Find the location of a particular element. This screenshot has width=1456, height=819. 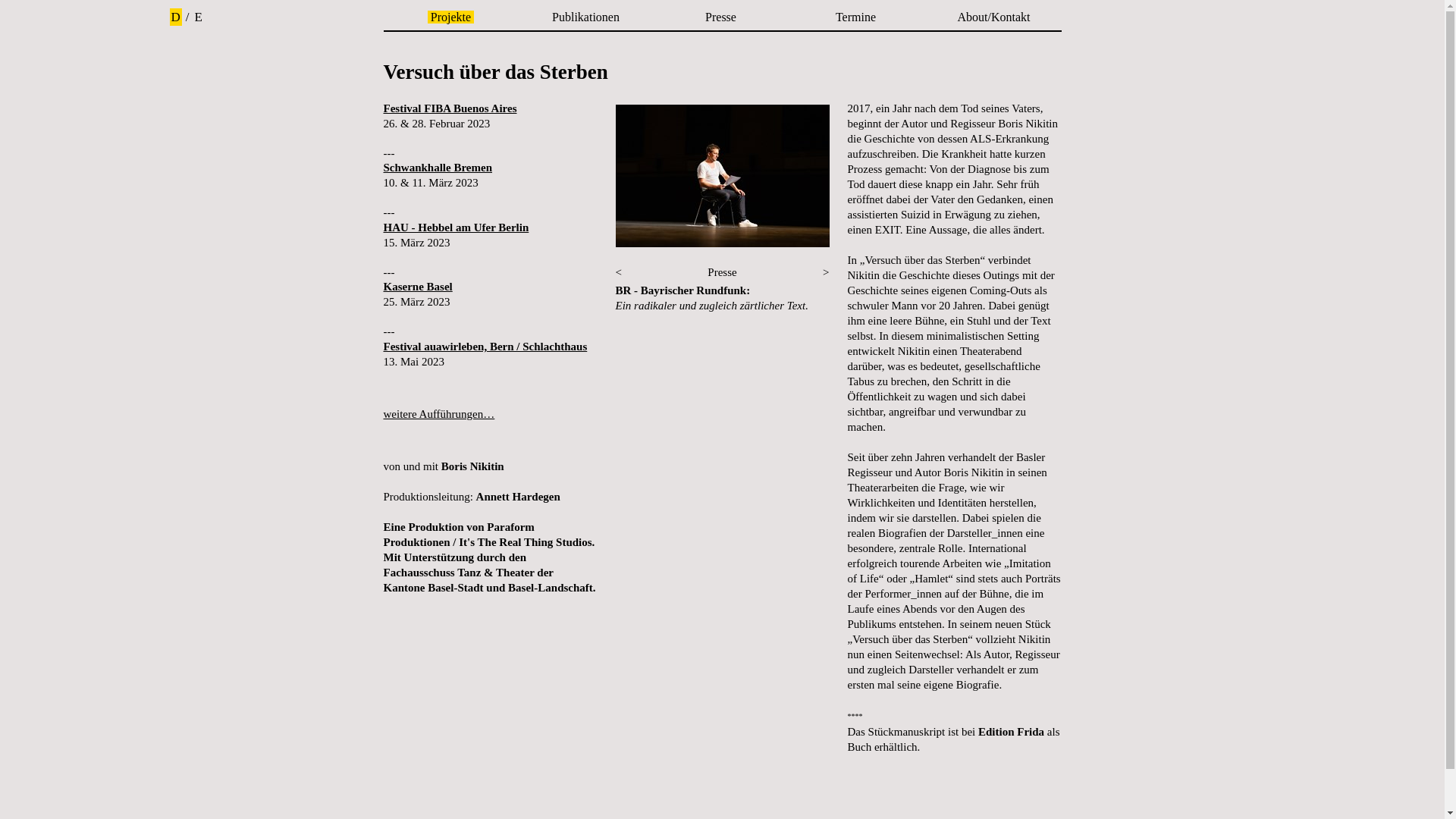

'D' is located at coordinates (175, 17).